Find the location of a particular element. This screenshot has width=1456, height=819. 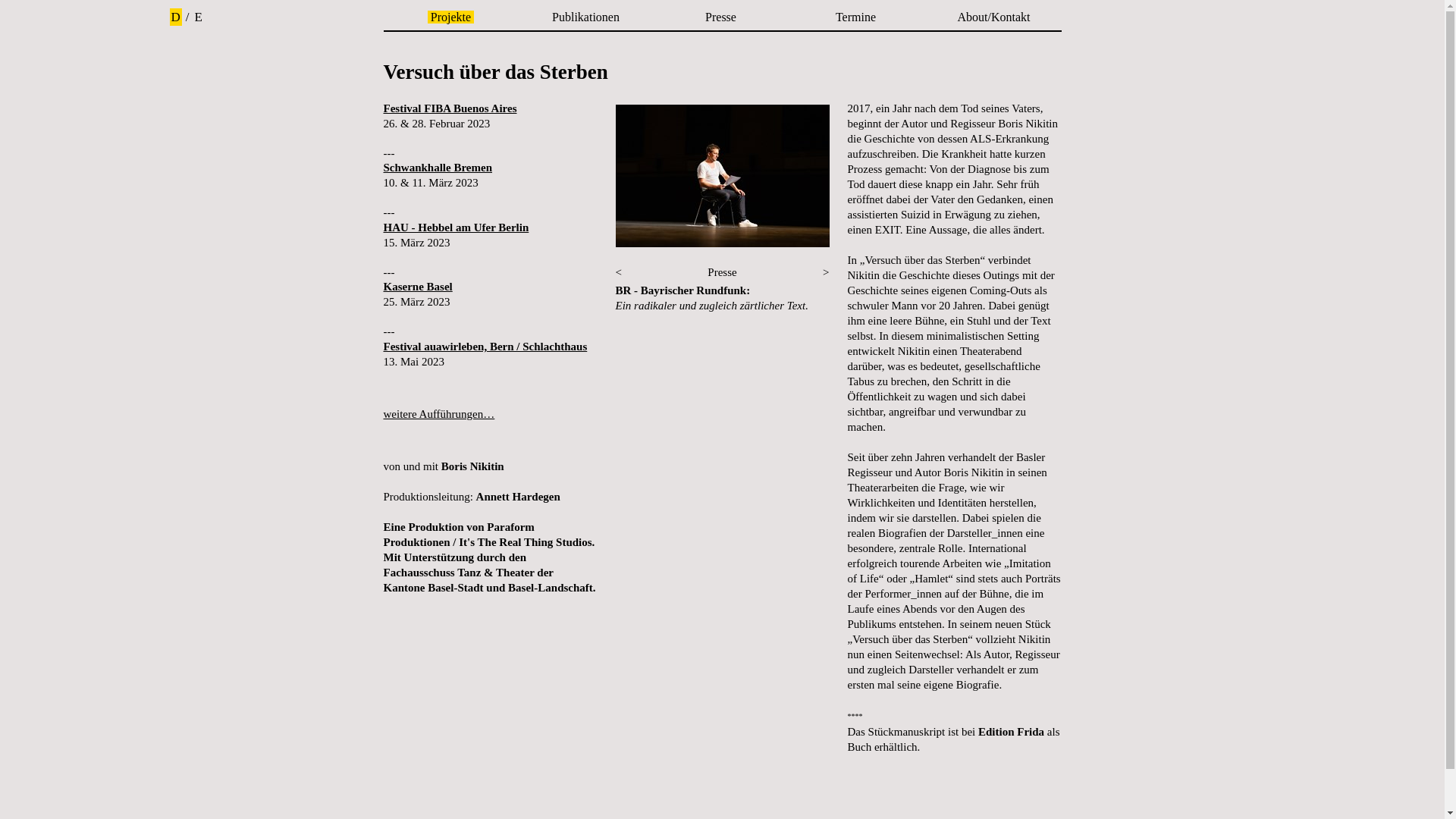

'D' is located at coordinates (175, 17).